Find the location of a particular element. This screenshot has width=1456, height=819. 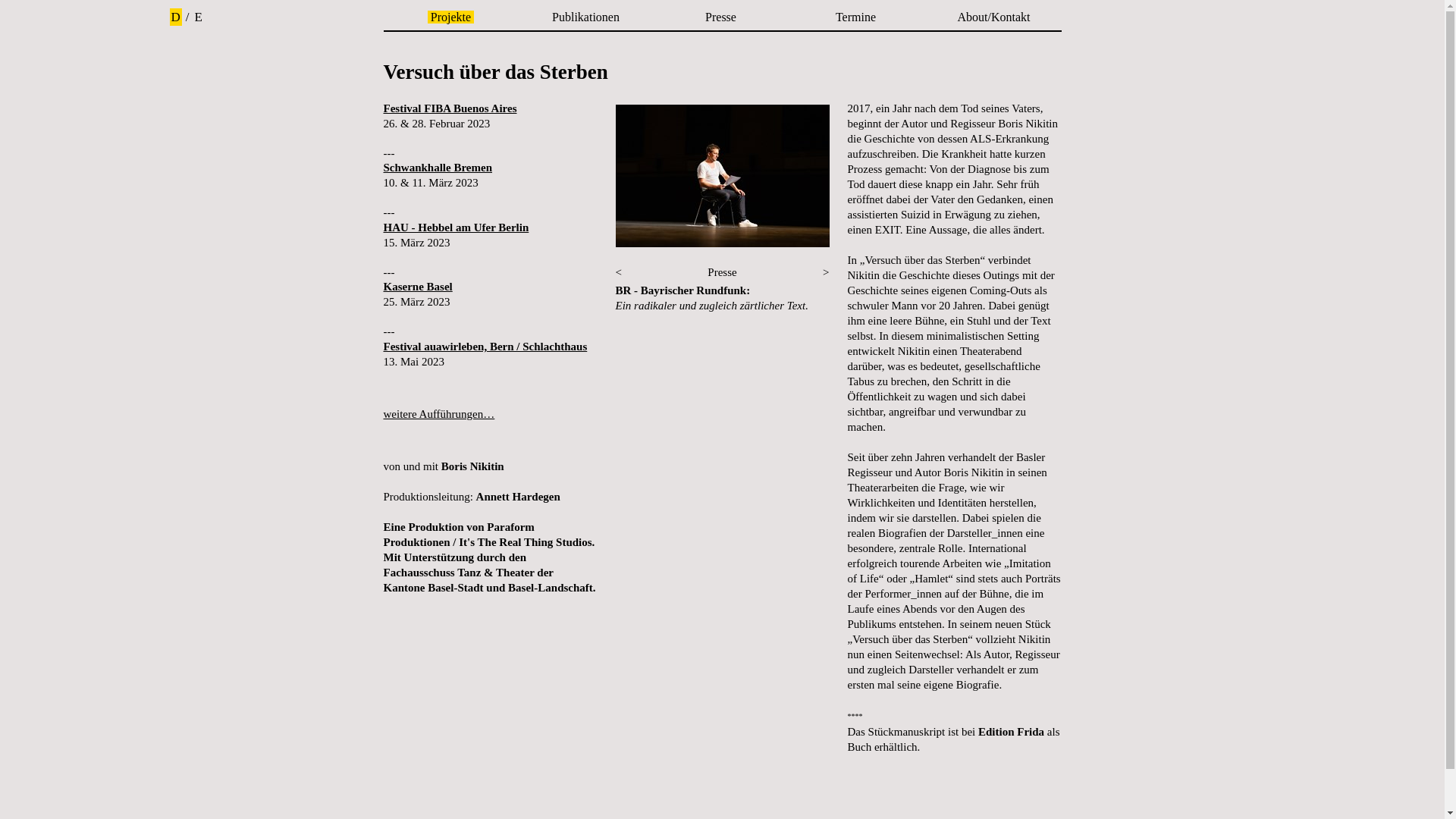

'D' is located at coordinates (175, 17).